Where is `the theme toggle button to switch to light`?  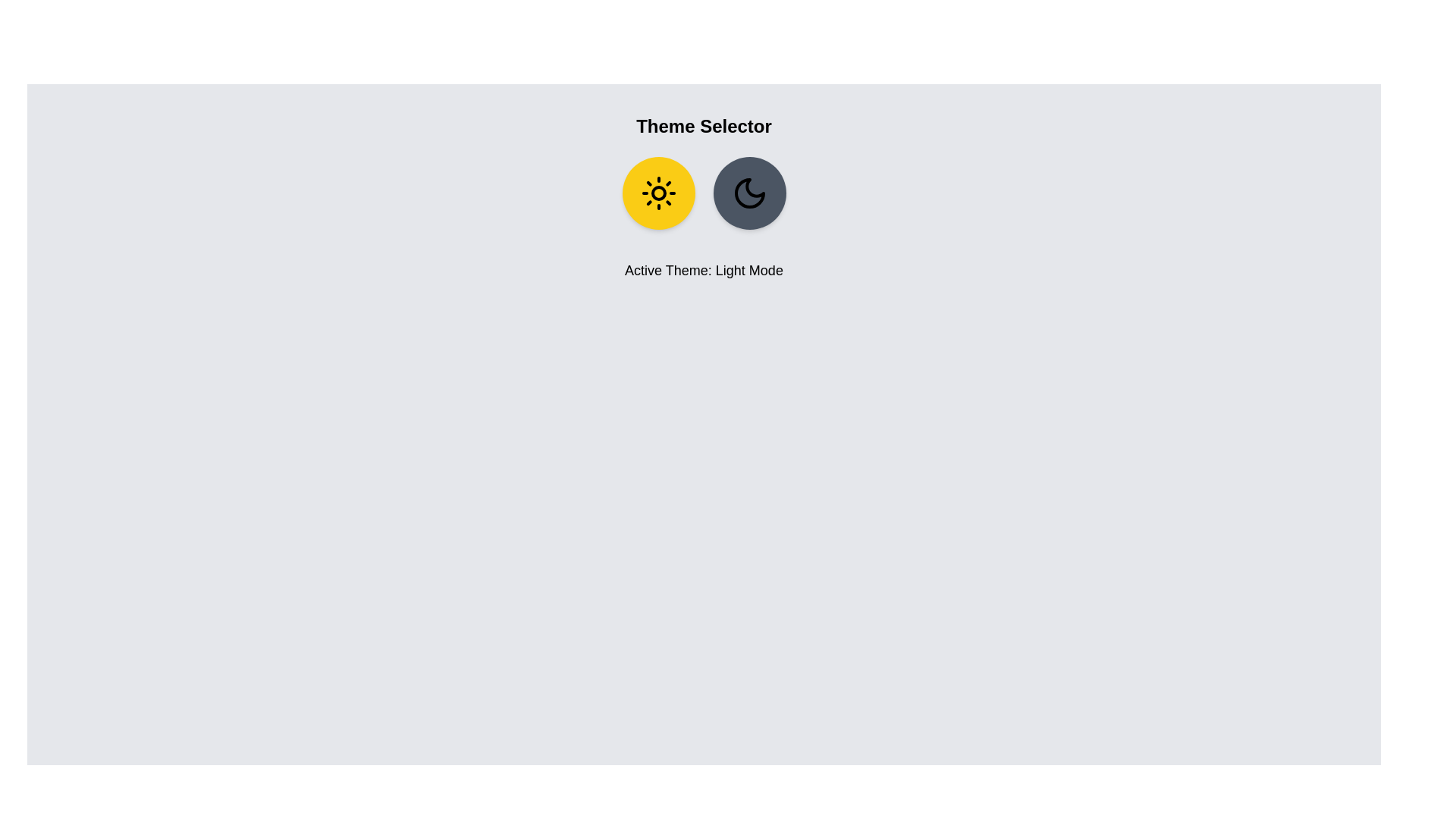 the theme toggle button to switch to light is located at coordinates (658, 192).